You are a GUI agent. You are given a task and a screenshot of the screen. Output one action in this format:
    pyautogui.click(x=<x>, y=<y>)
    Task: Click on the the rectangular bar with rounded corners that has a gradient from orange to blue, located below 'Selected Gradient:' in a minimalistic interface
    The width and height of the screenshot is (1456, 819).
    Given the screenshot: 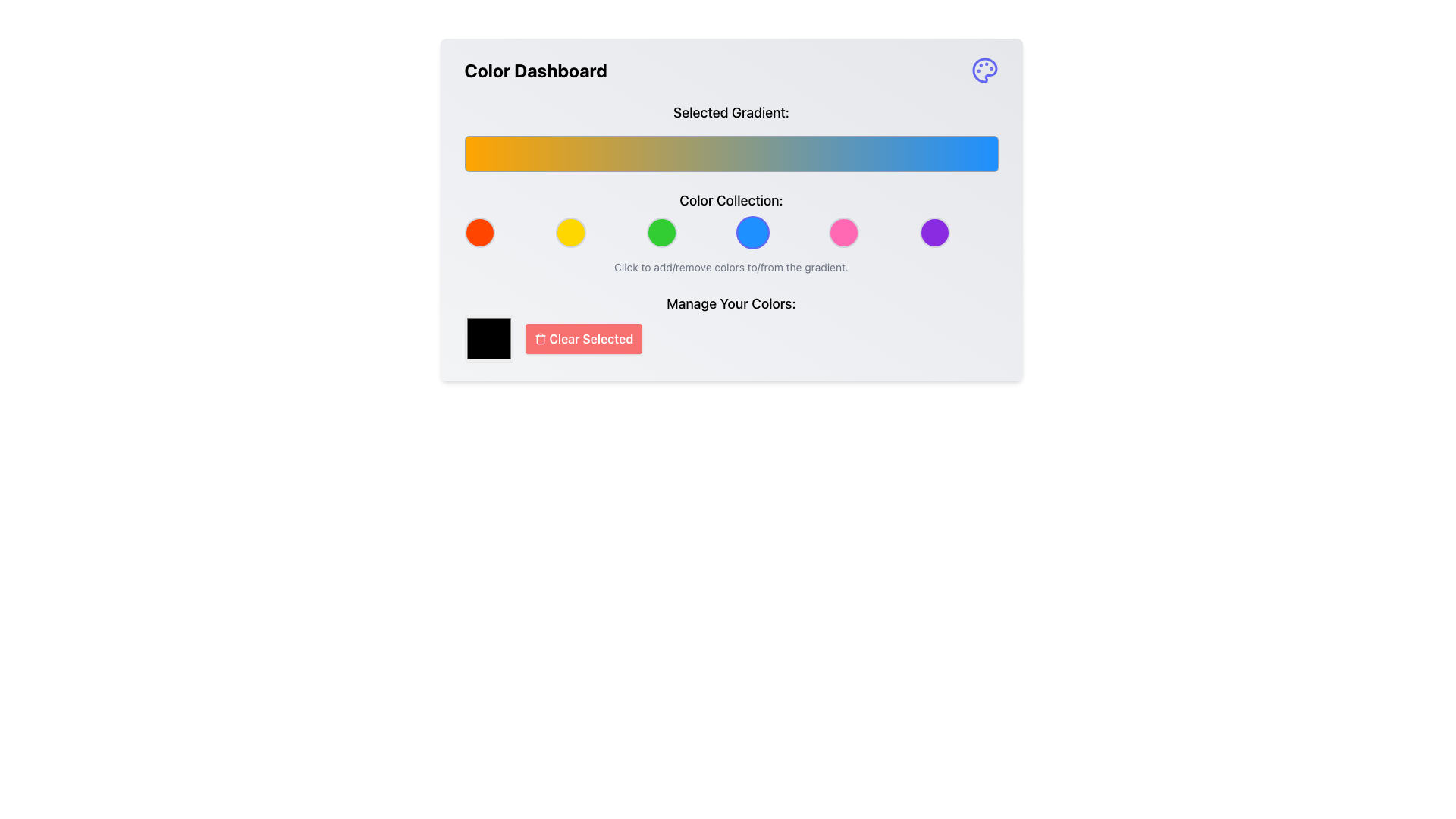 What is the action you would take?
    pyautogui.click(x=731, y=154)
    